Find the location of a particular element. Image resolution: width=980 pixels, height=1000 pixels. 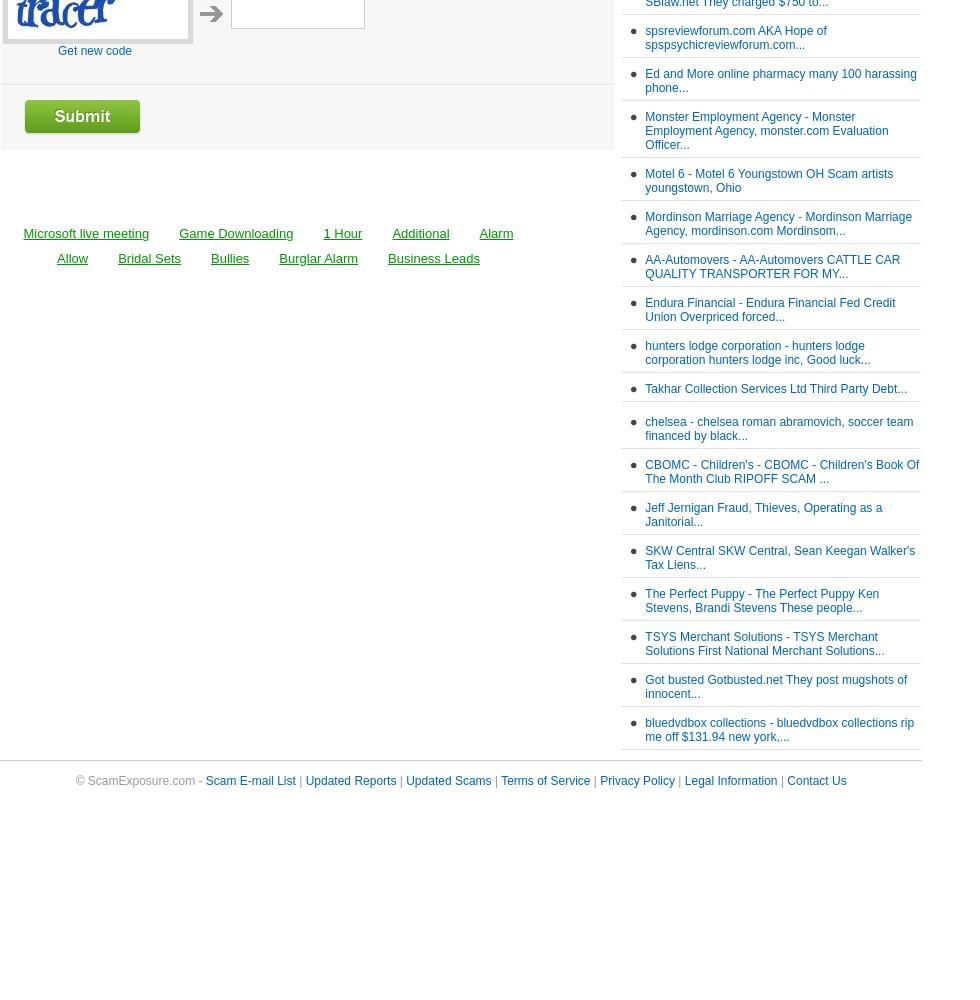

'Monster Employment Agency -  Monster Employment Agency, monster.com Evaluation Officer...' is located at coordinates (766, 131).